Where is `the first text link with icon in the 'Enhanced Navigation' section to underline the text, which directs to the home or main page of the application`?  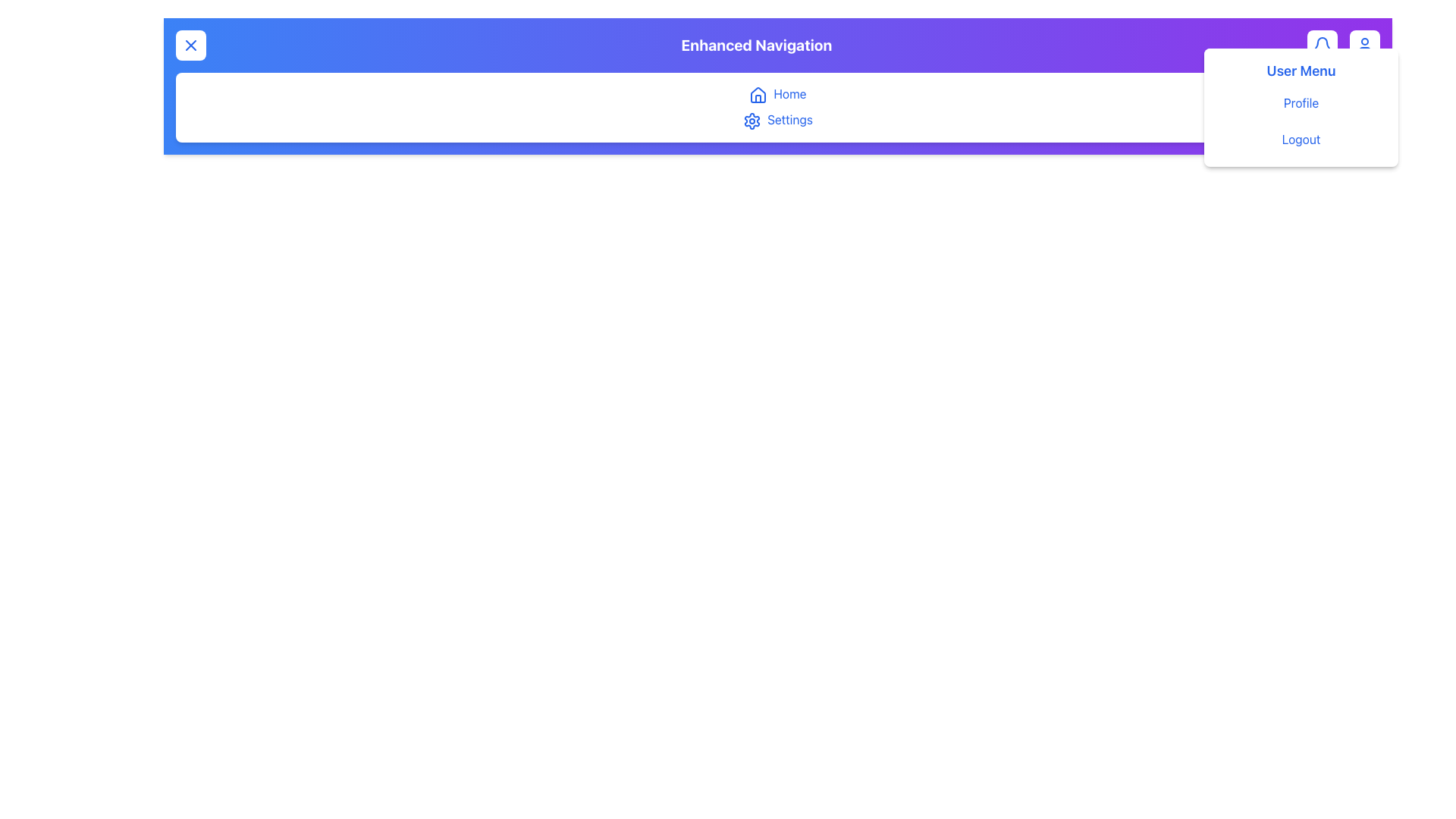
the first text link with icon in the 'Enhanced Navigation' section to underline the text, which directs to the home or main page of the application is located at coordinates (778, 93).